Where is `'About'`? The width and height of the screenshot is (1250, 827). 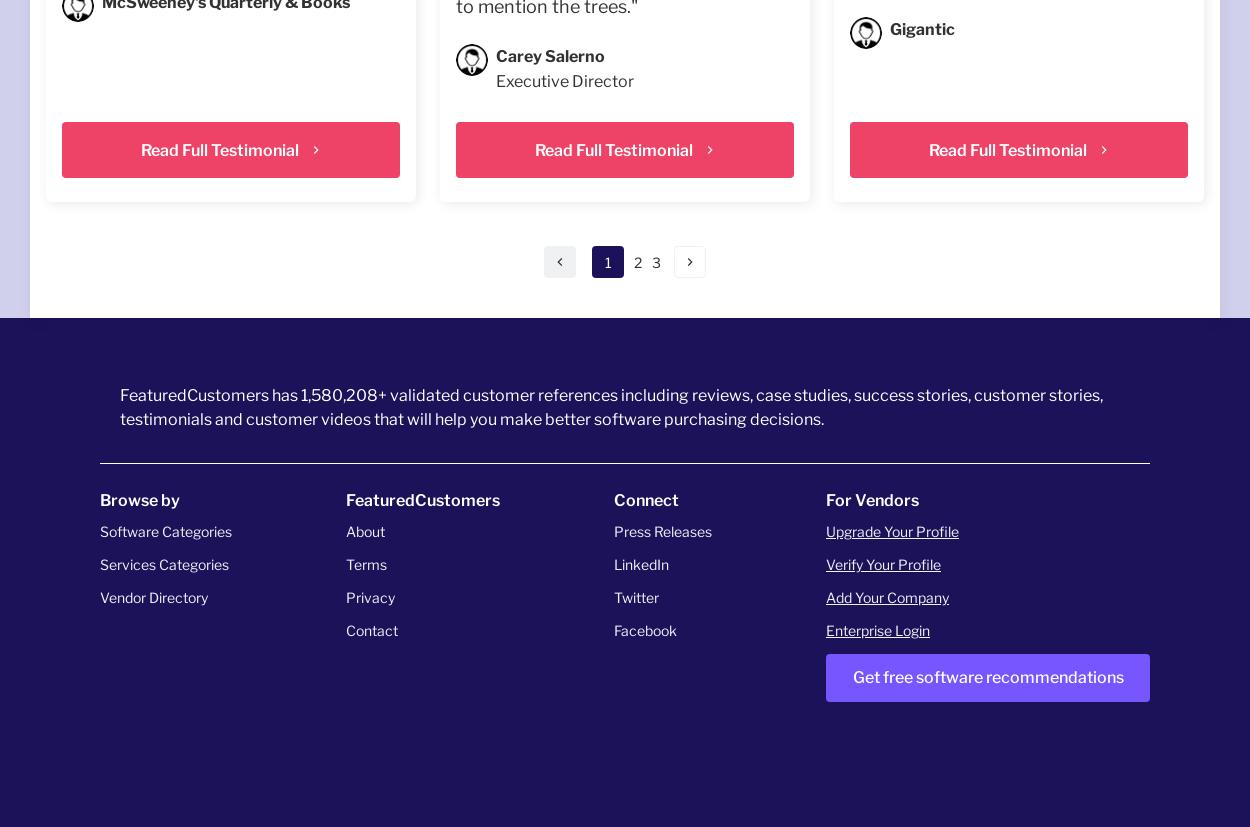 'About' is located at coordinates (364, 531).